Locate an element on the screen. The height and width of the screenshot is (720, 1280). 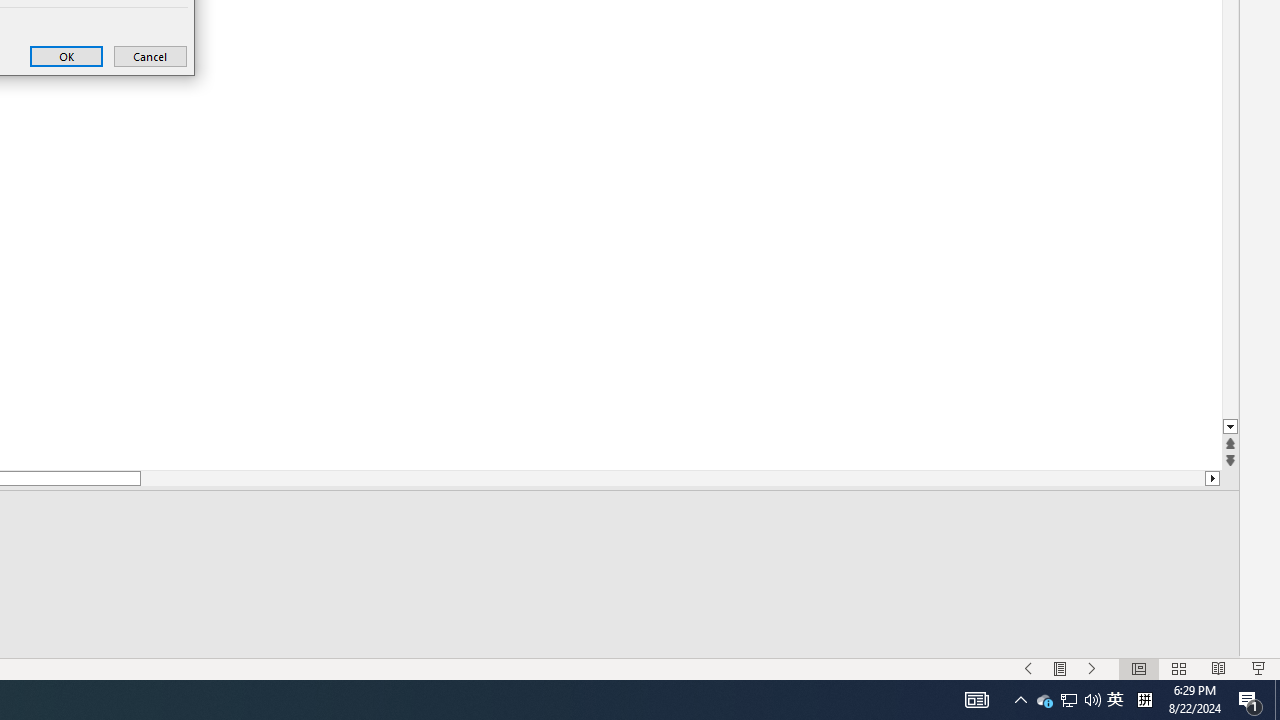
'Action Center, 1 new notification' is located at coordinates (1250, 698).